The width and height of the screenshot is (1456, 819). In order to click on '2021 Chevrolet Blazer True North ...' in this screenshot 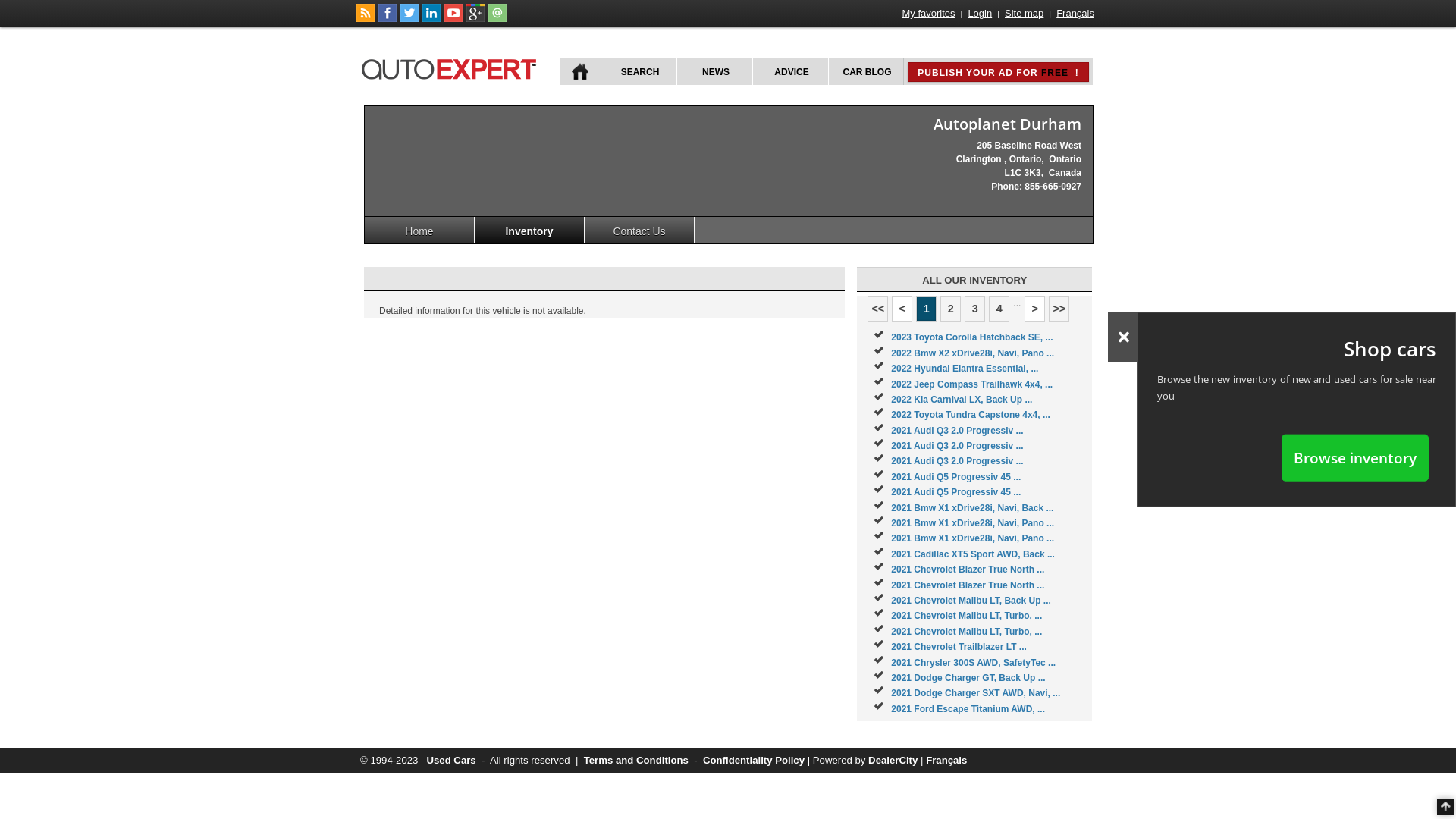, I will do `click(967, 584)`.